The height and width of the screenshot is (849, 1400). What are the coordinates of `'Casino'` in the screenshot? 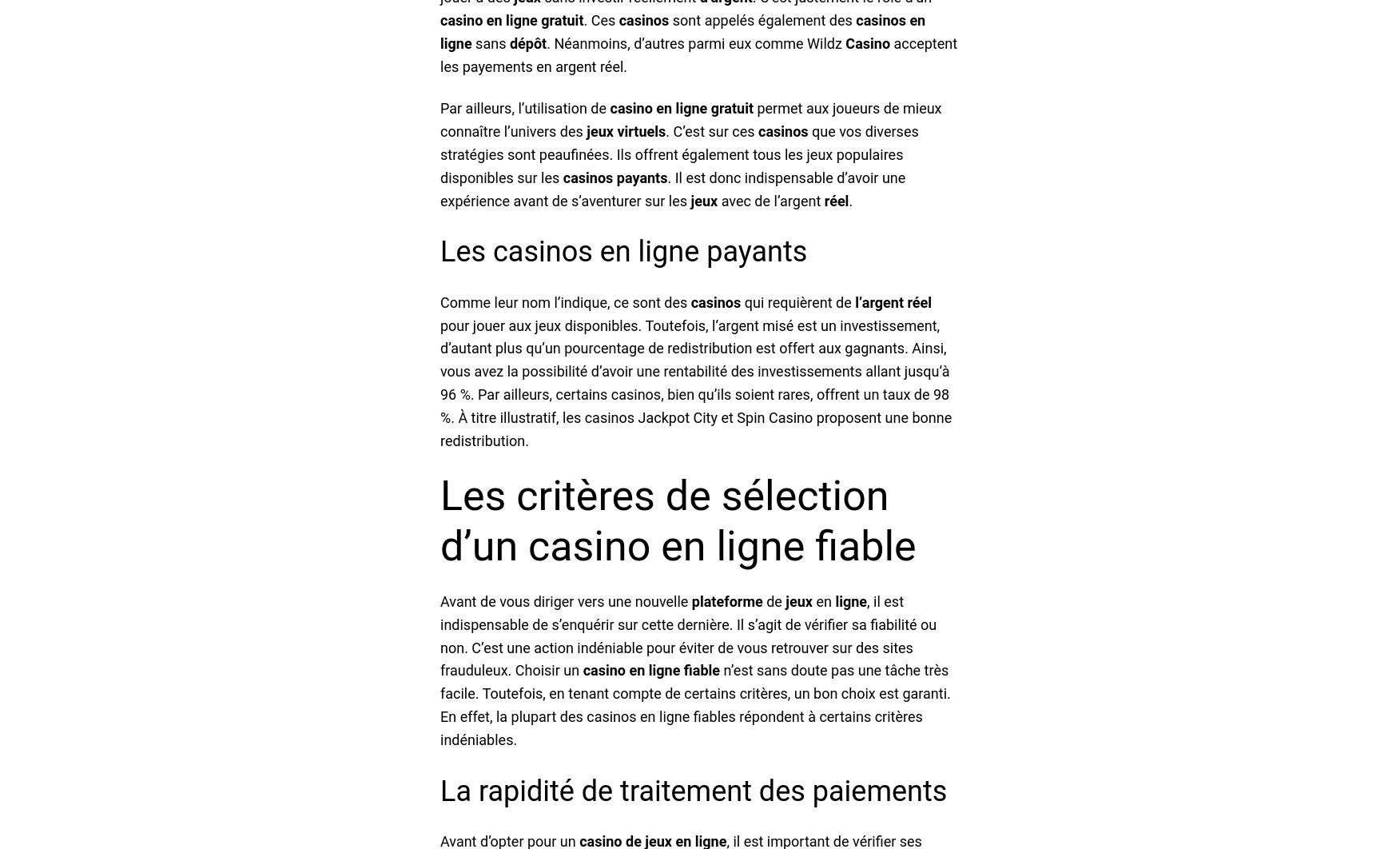 It's located at (868, 42).